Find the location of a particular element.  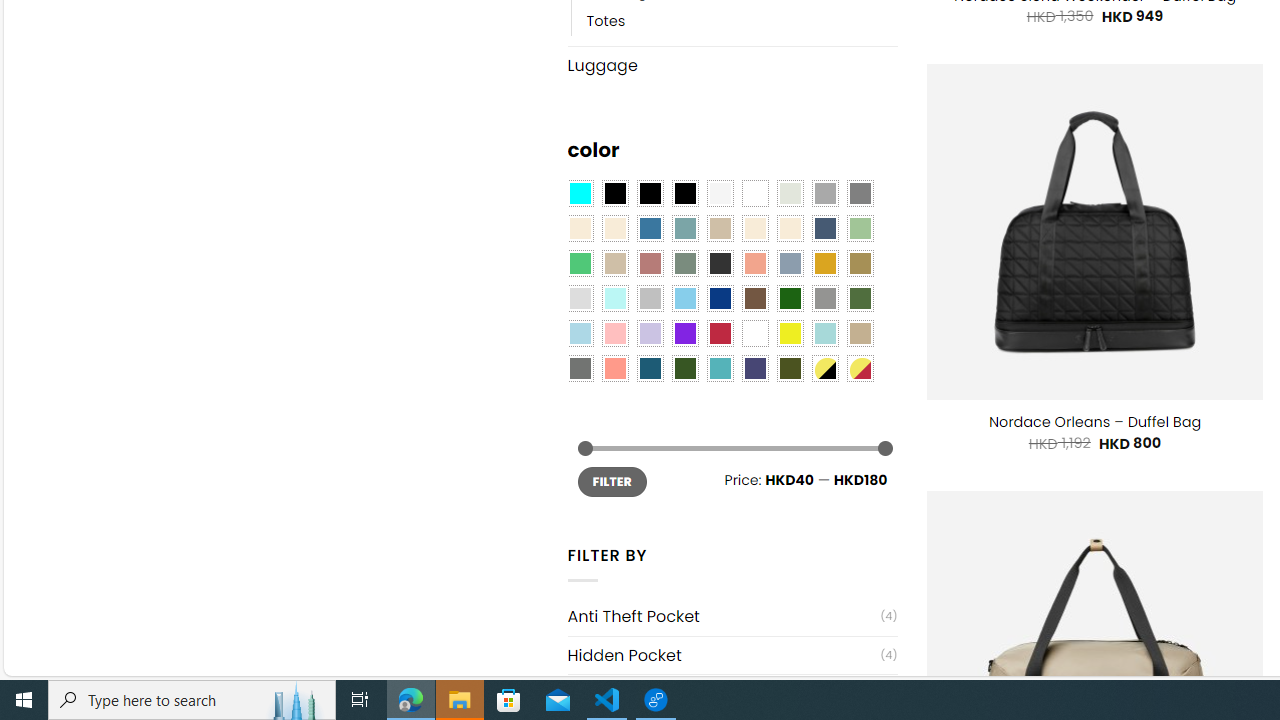

'Dusty Blue' is located at coordinates (788, 263).